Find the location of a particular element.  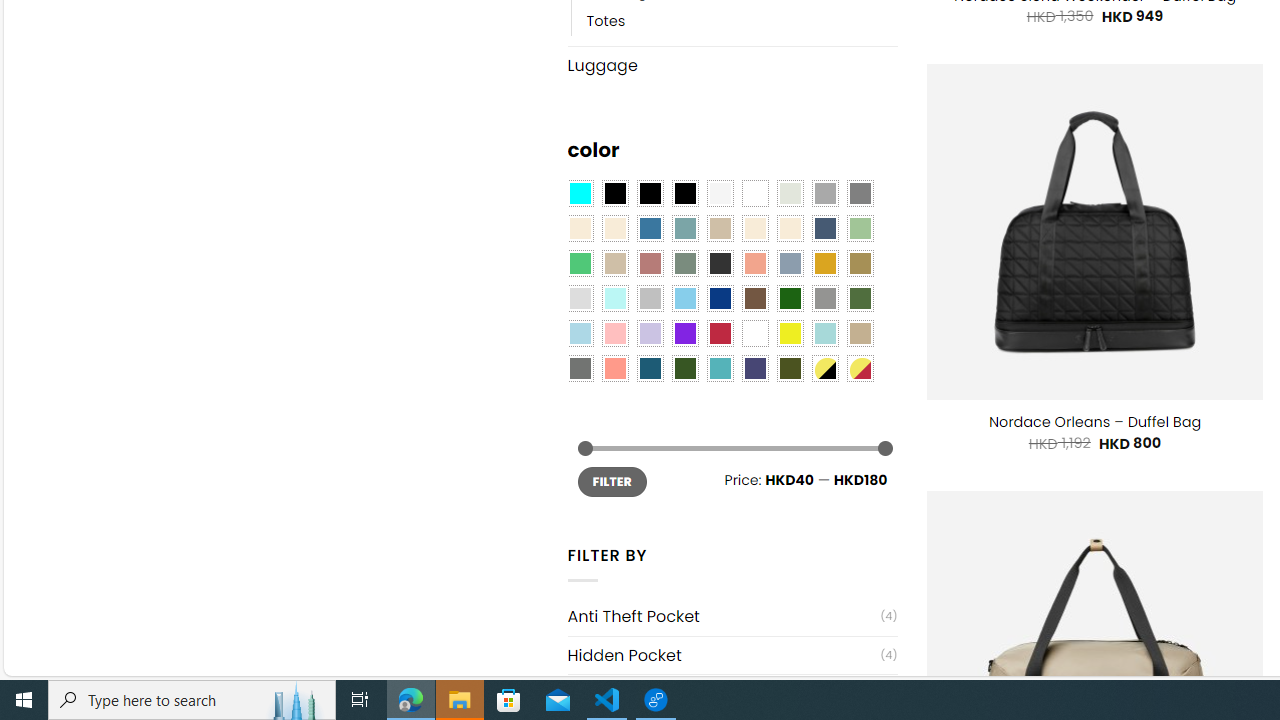

'Dusty Blue' is located at coordinates (788, 263).